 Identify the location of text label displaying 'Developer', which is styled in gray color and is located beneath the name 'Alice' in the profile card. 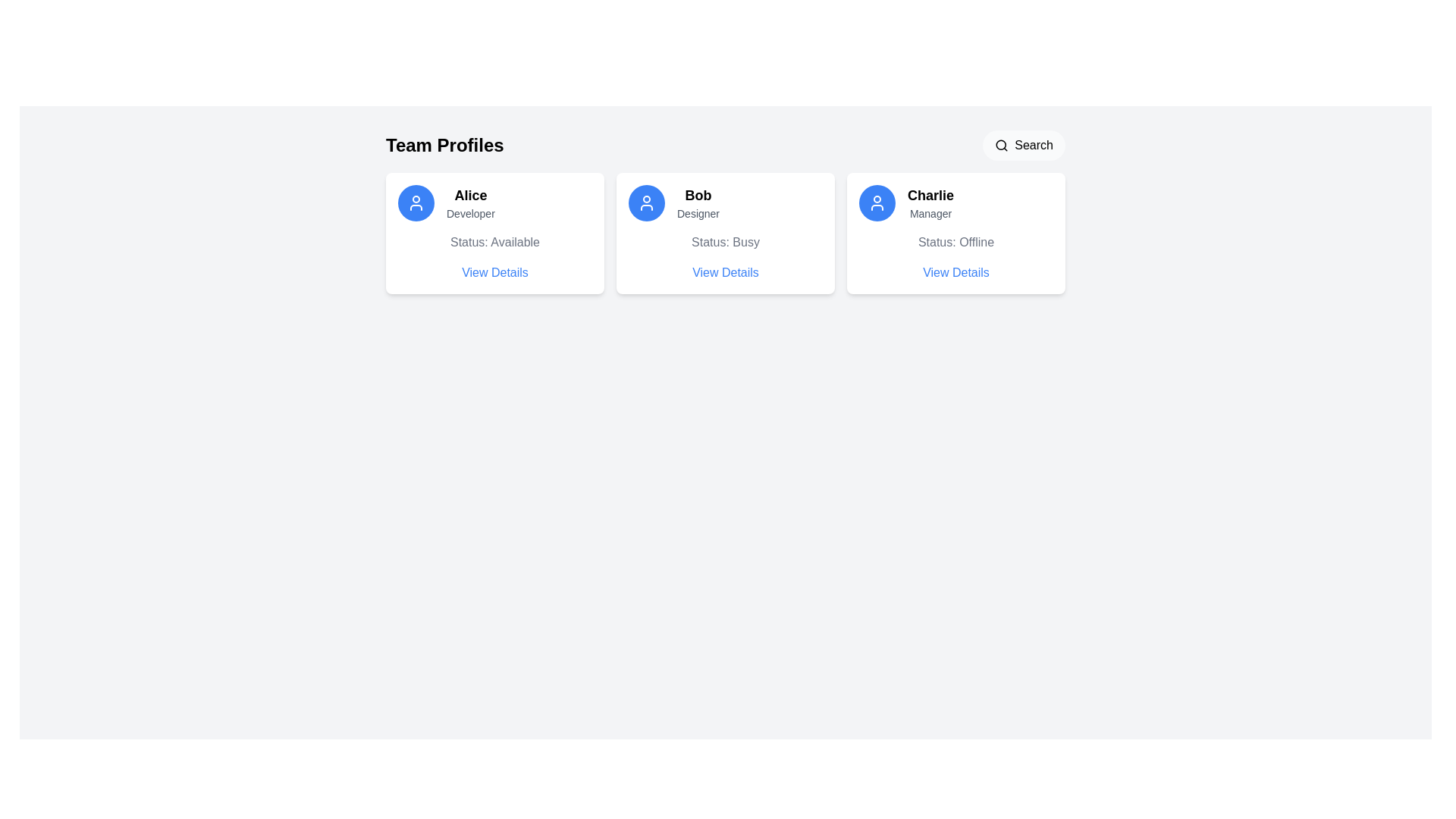
(469, 213).